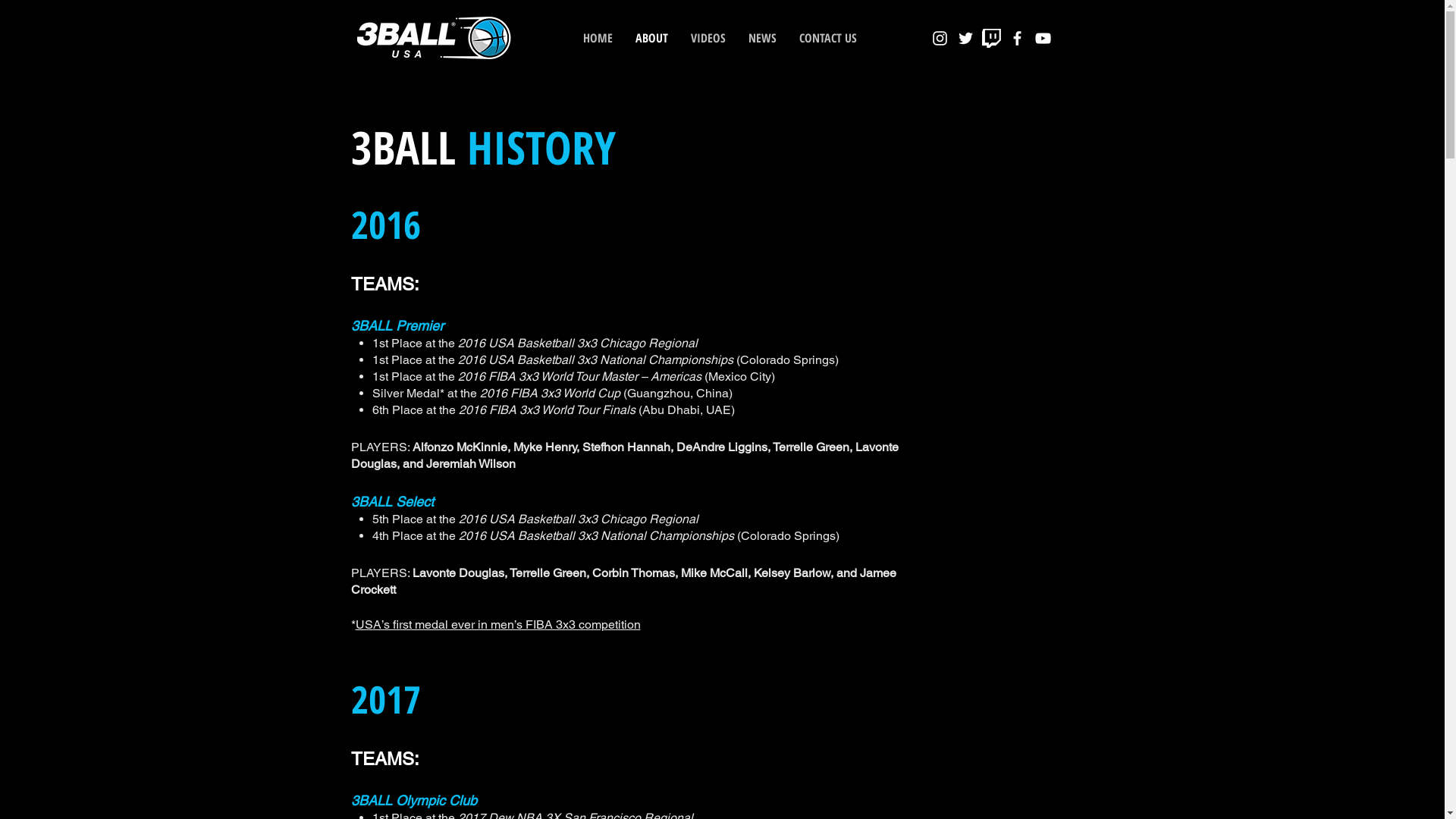  Describe the element at coordinates (826, 37) in the screenshot. I see `'CONTACT US'` at that location.